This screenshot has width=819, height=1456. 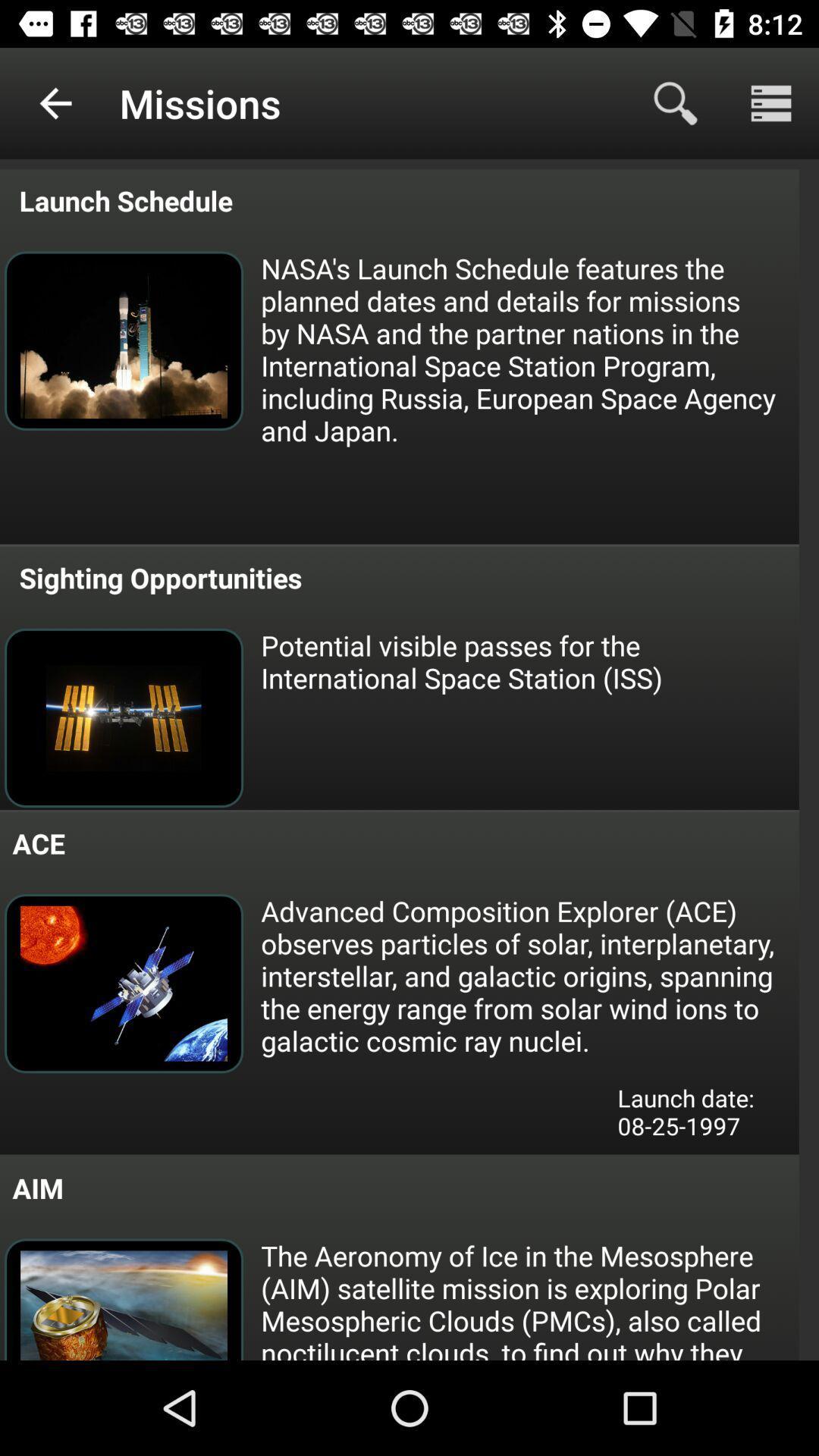 What do you see at coordinates (771, 102) in the screenshot?
I see `icon above nasa s launch item` at bounding box center [771, 102].